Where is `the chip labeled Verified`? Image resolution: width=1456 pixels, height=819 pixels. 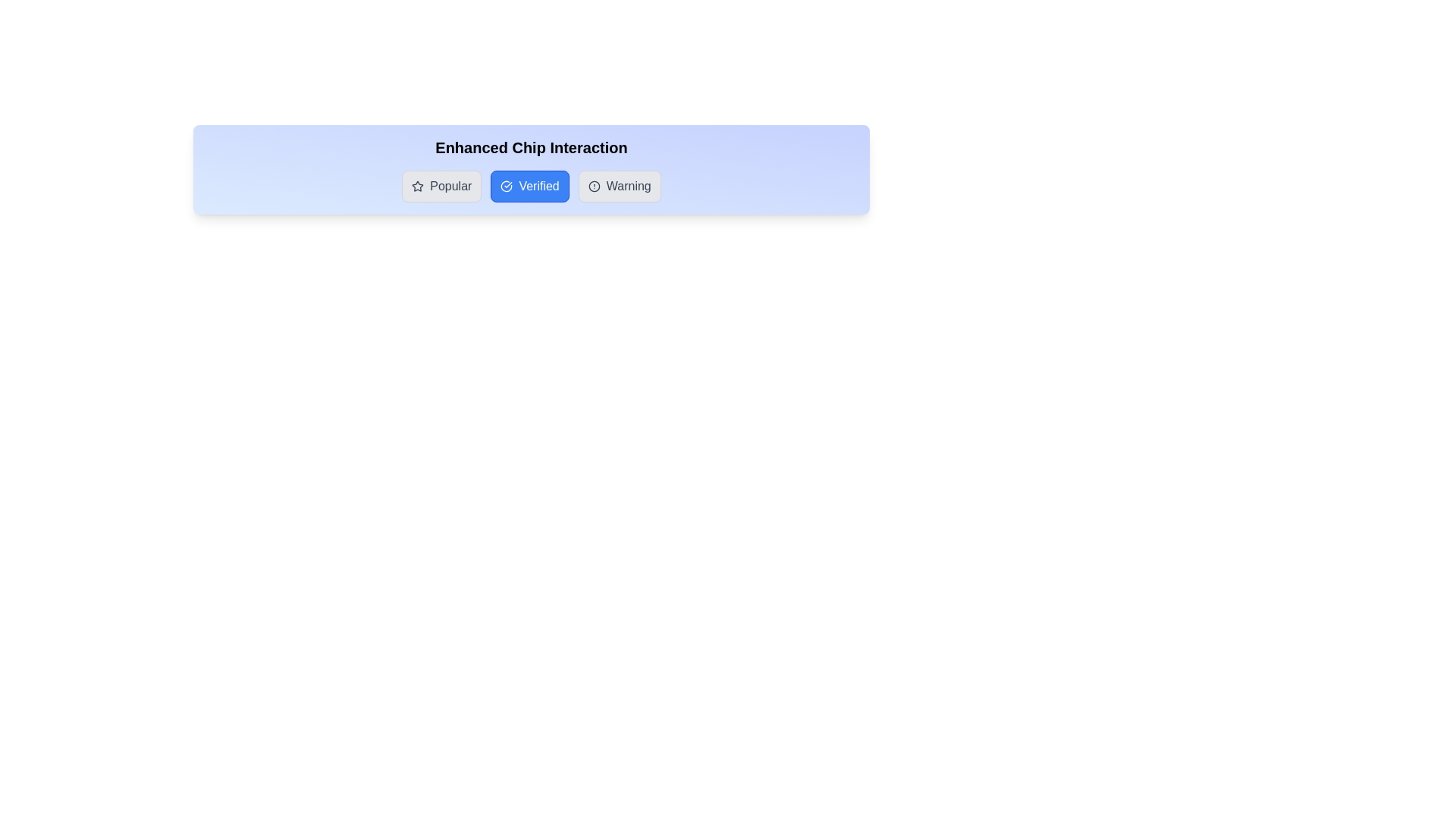 the chip labeled Verified is located at coordinates (530, 186).